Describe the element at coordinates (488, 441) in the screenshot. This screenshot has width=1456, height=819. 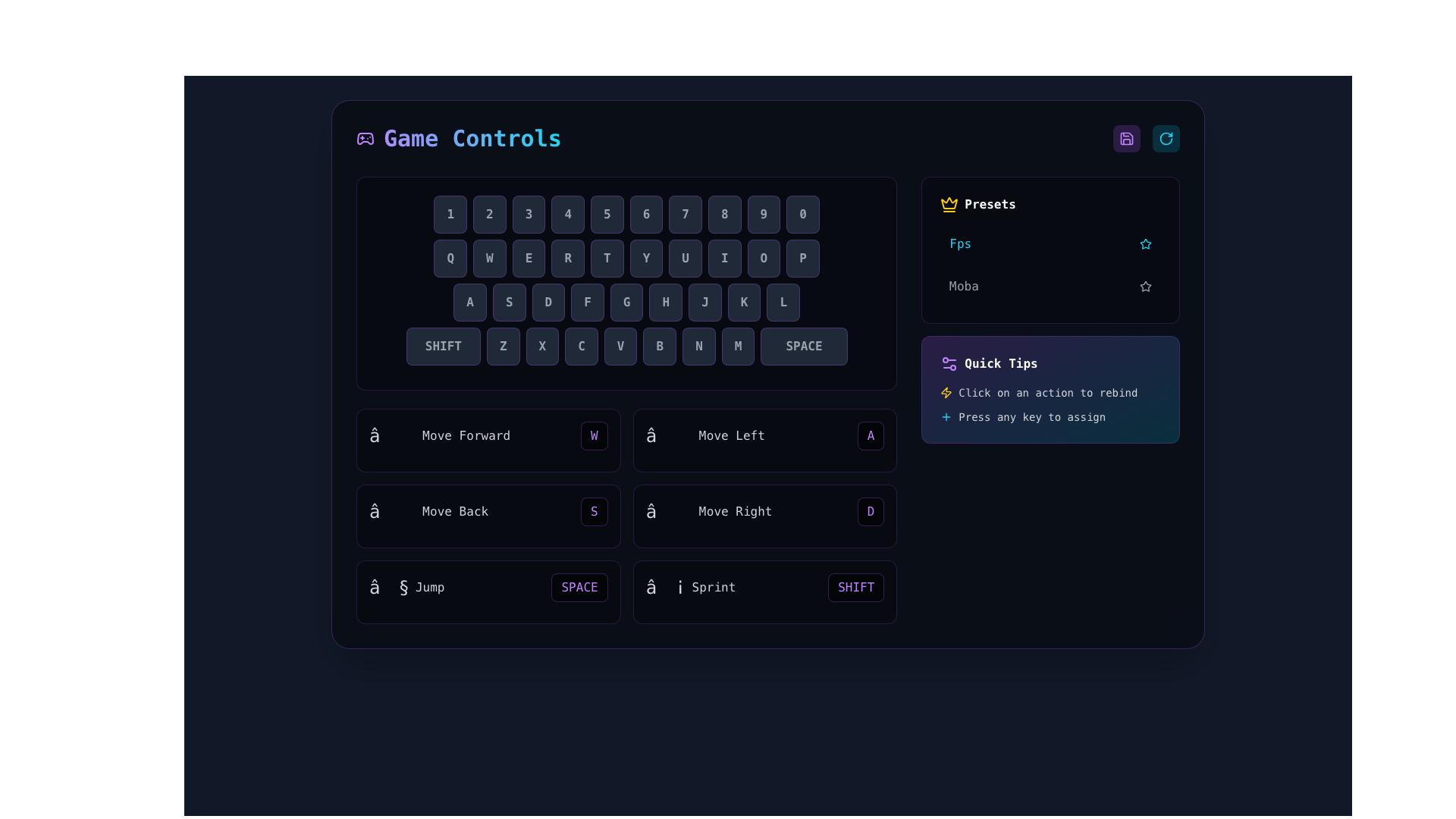
I see `the Interactive control display element titled 'Move Forward' with an upward arrow symbol and a keyboard key representation ('W'), styled with a purple outline, located in the upper-left section of the controls grid` at that location.